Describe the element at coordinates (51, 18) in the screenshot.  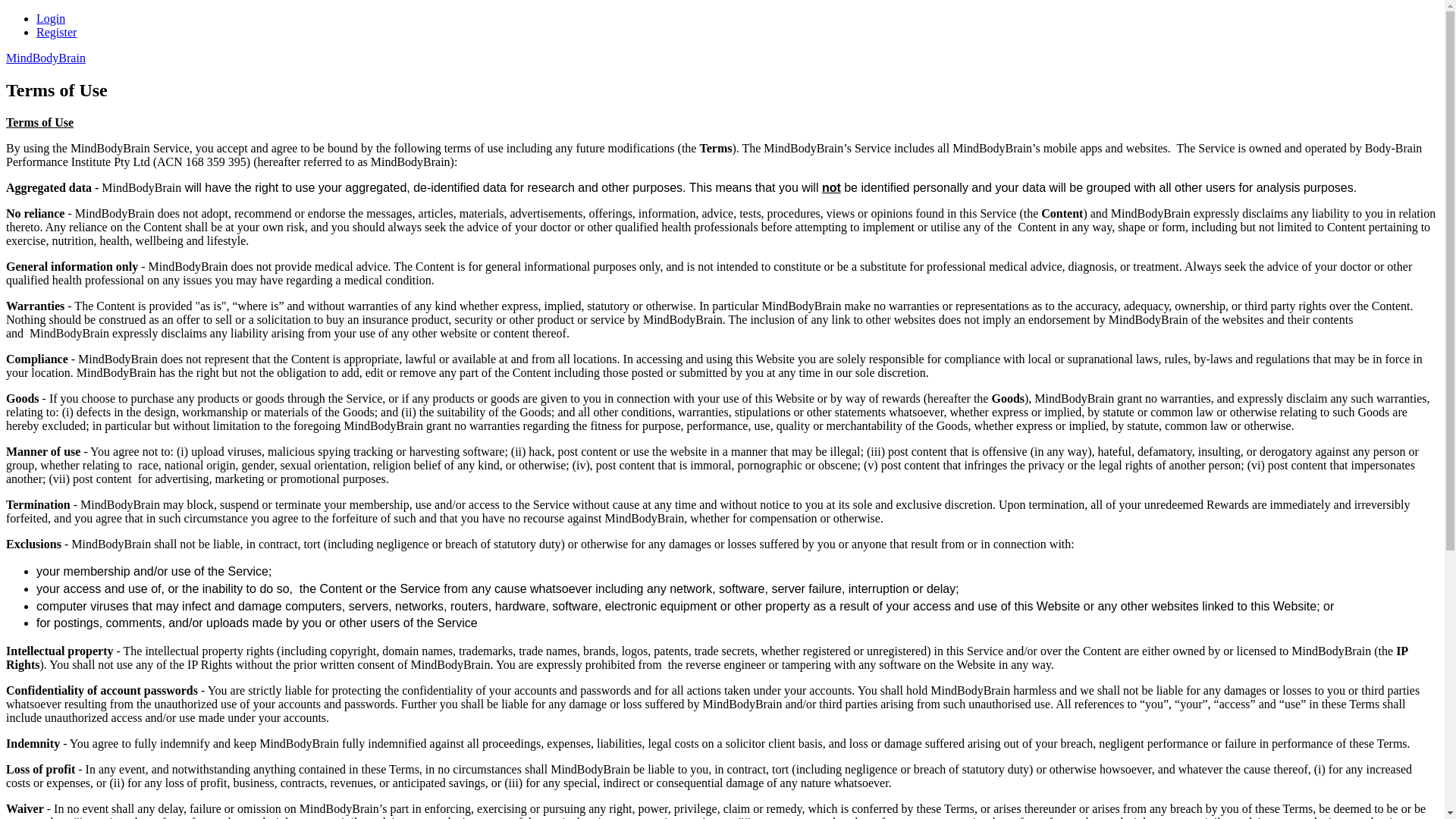
I see `'Login'` at that location.